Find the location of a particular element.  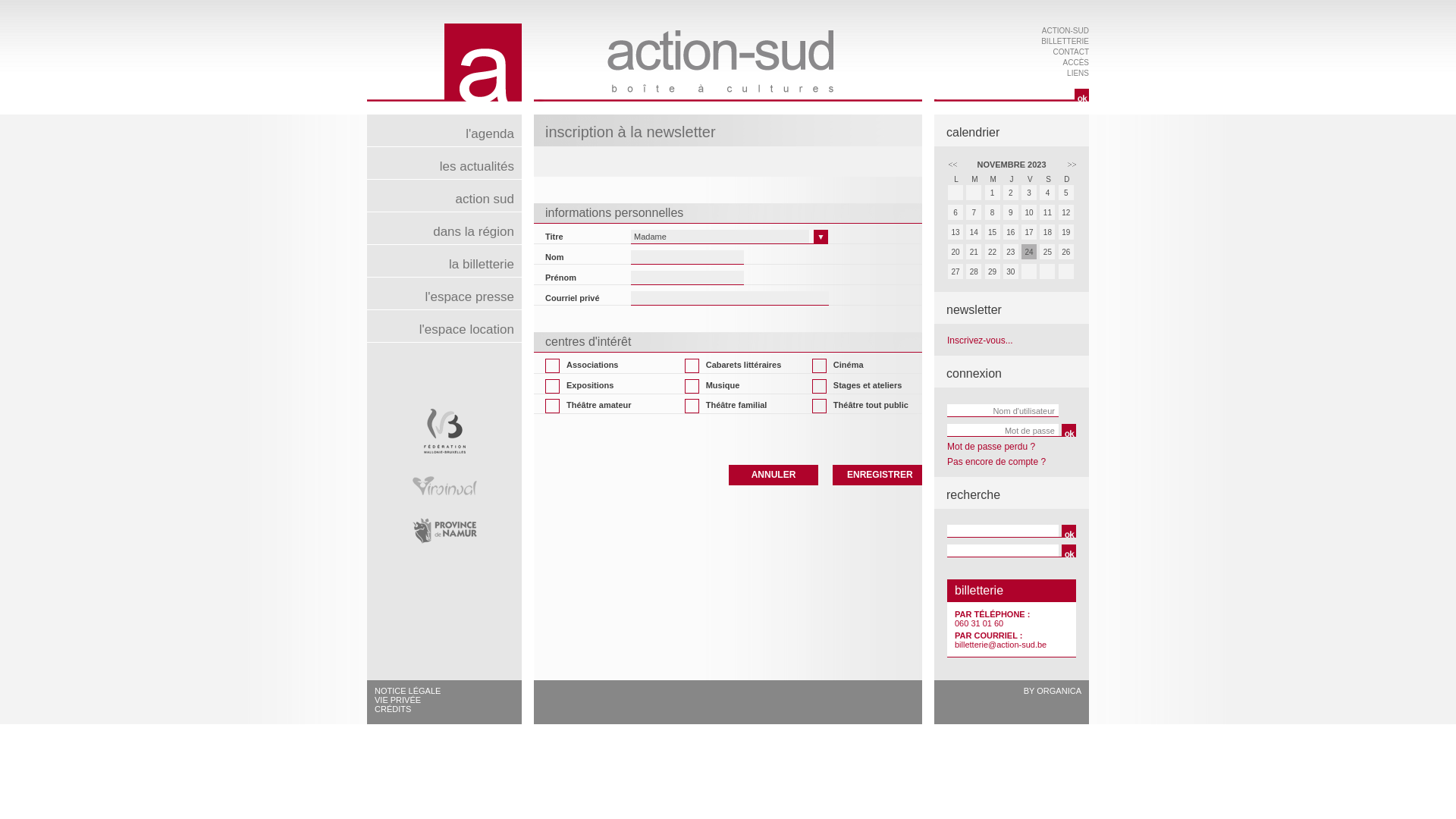

'LIENS' is located at coordinates (1077, 73).